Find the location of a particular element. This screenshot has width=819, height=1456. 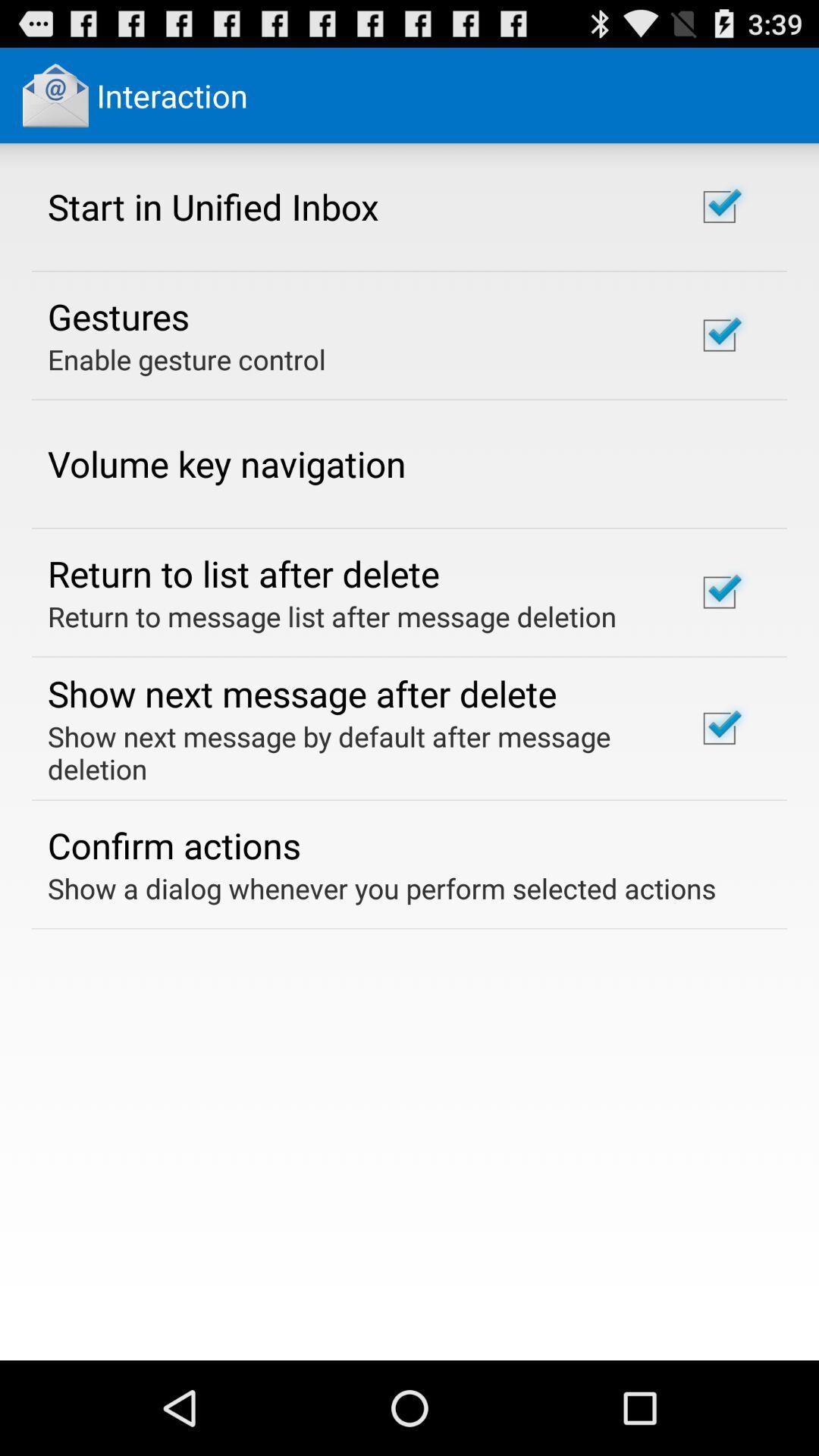

the item above the return to list icon is located at coordinates (227, 463).